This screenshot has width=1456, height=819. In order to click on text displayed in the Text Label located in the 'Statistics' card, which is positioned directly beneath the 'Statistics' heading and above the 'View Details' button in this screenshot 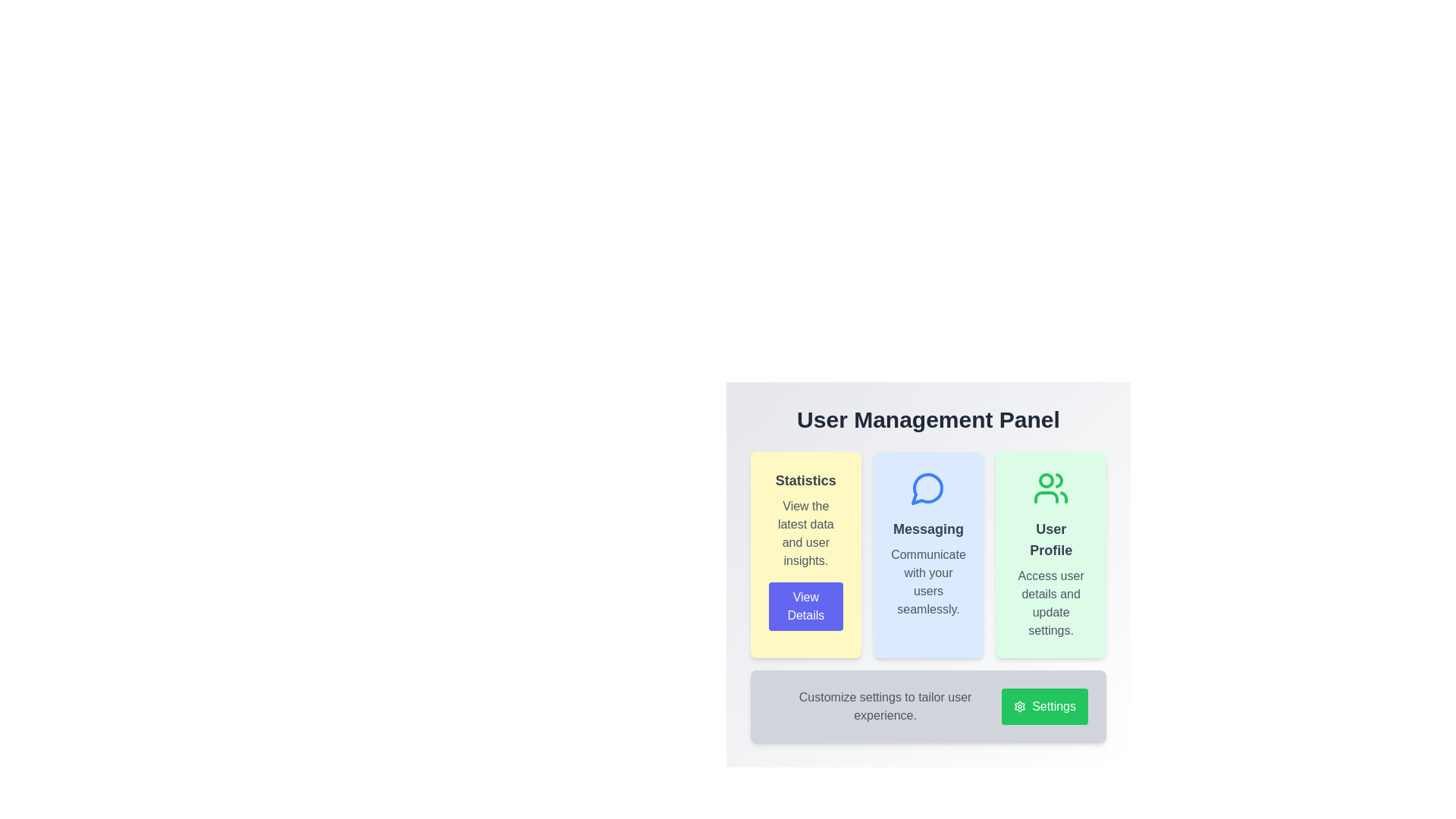, I will do `click(805, 533)`.